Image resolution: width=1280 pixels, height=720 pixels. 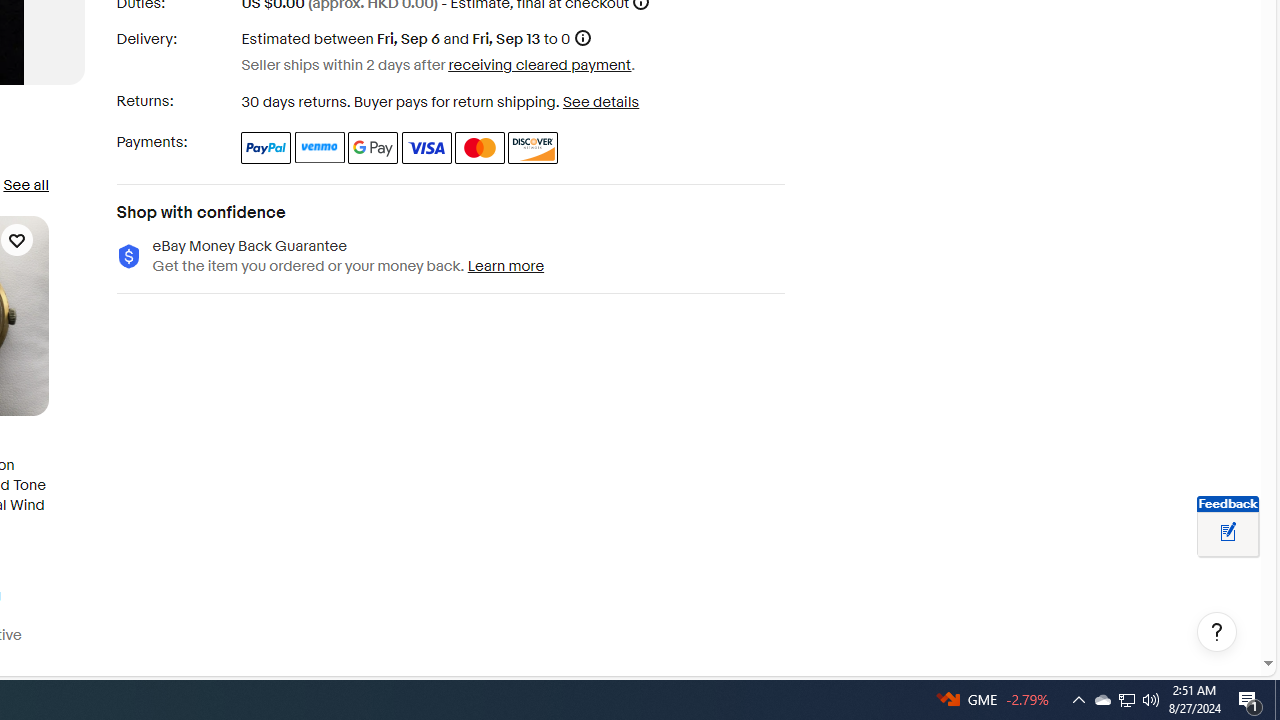 I want to click on 'Visa', so click(x=425, y=146).